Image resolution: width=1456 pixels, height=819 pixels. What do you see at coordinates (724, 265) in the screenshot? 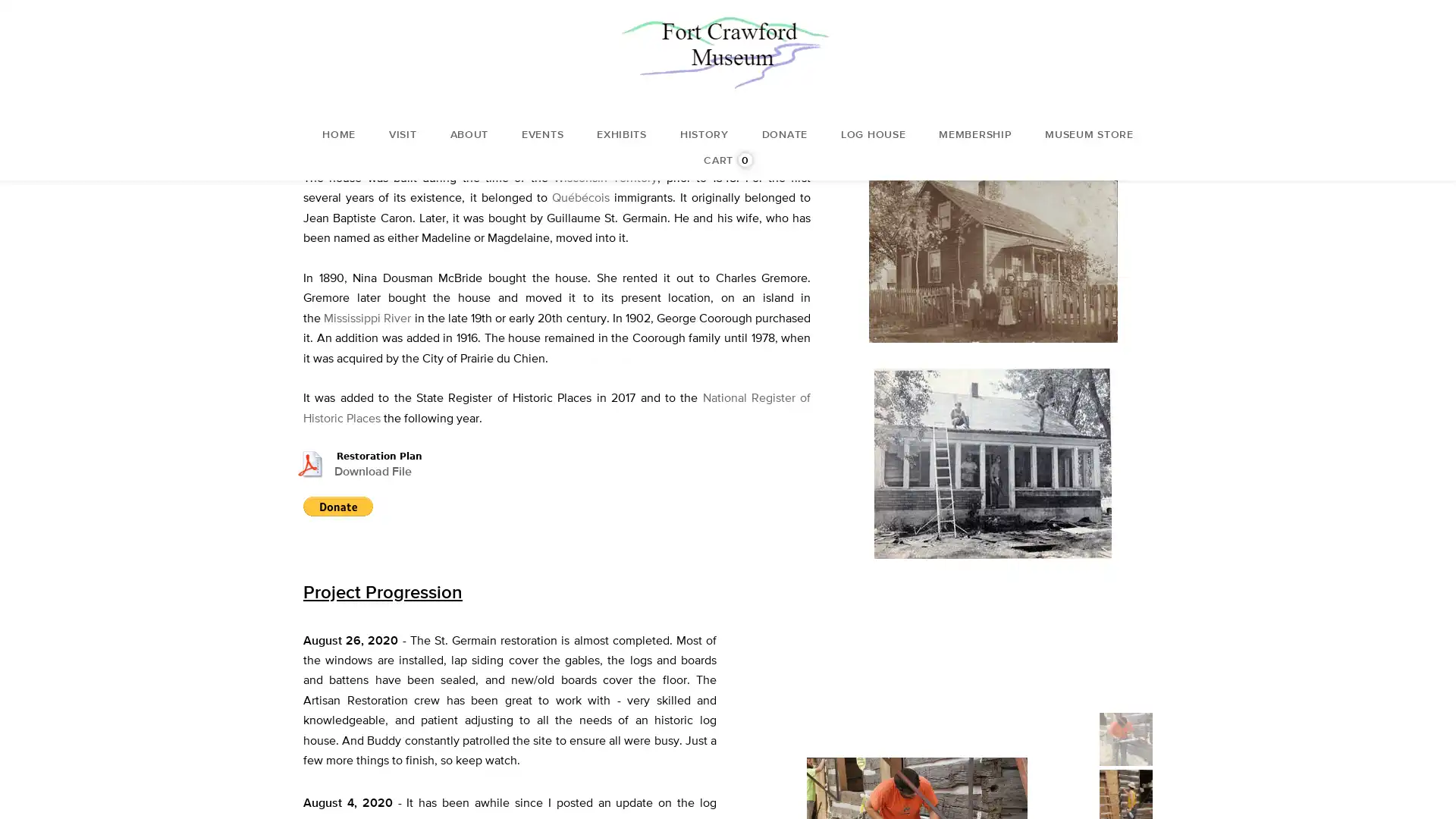
I see `Donate with PayPal button` at bounding box center [724, 265].